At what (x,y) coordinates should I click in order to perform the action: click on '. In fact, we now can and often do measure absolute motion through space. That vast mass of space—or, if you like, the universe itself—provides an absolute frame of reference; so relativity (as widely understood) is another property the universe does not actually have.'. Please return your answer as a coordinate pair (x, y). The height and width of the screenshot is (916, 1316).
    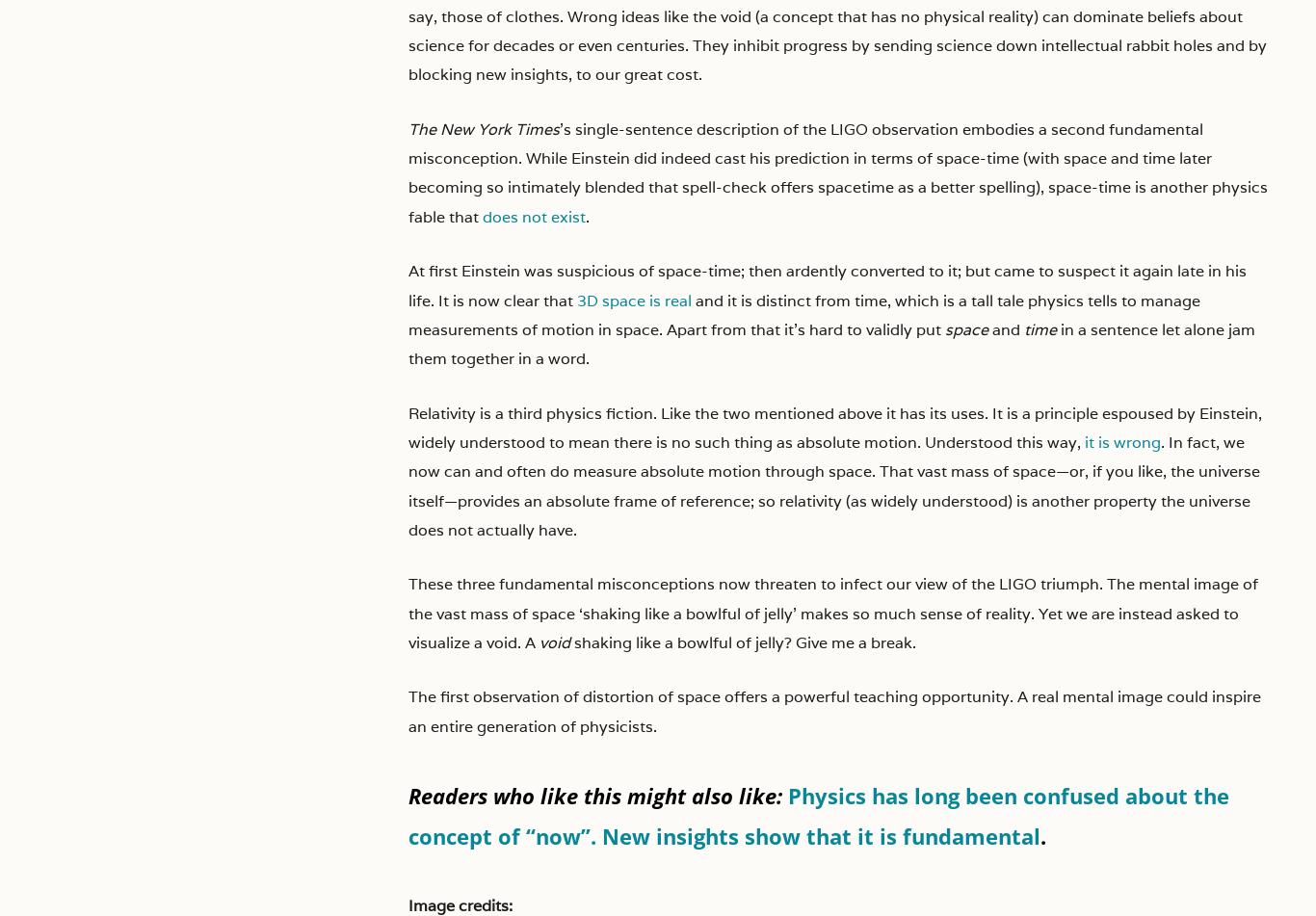
    Looking at the image, I should click on (833, 484).